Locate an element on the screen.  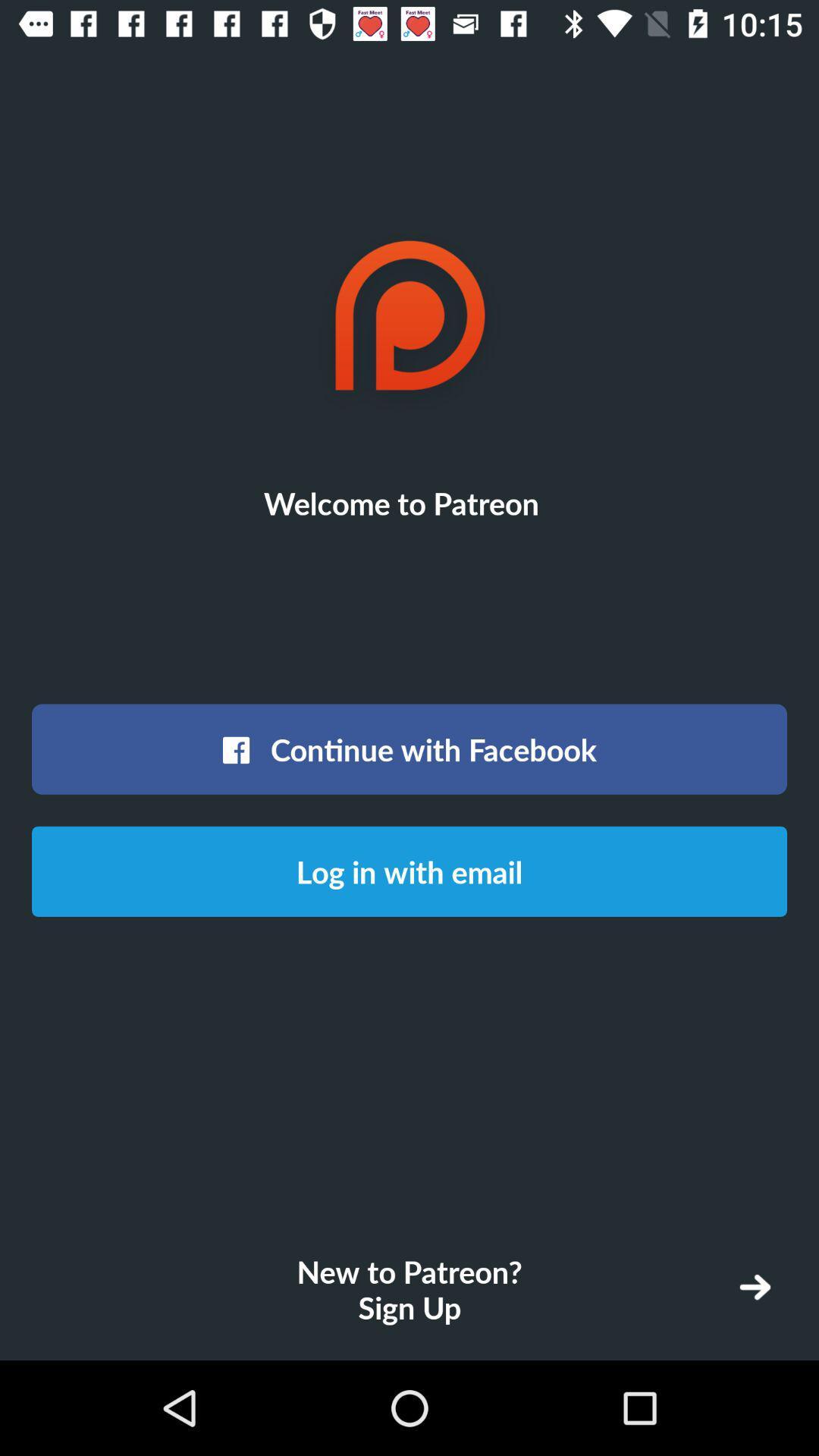
the log in with item is located at coordinates (409, 871).